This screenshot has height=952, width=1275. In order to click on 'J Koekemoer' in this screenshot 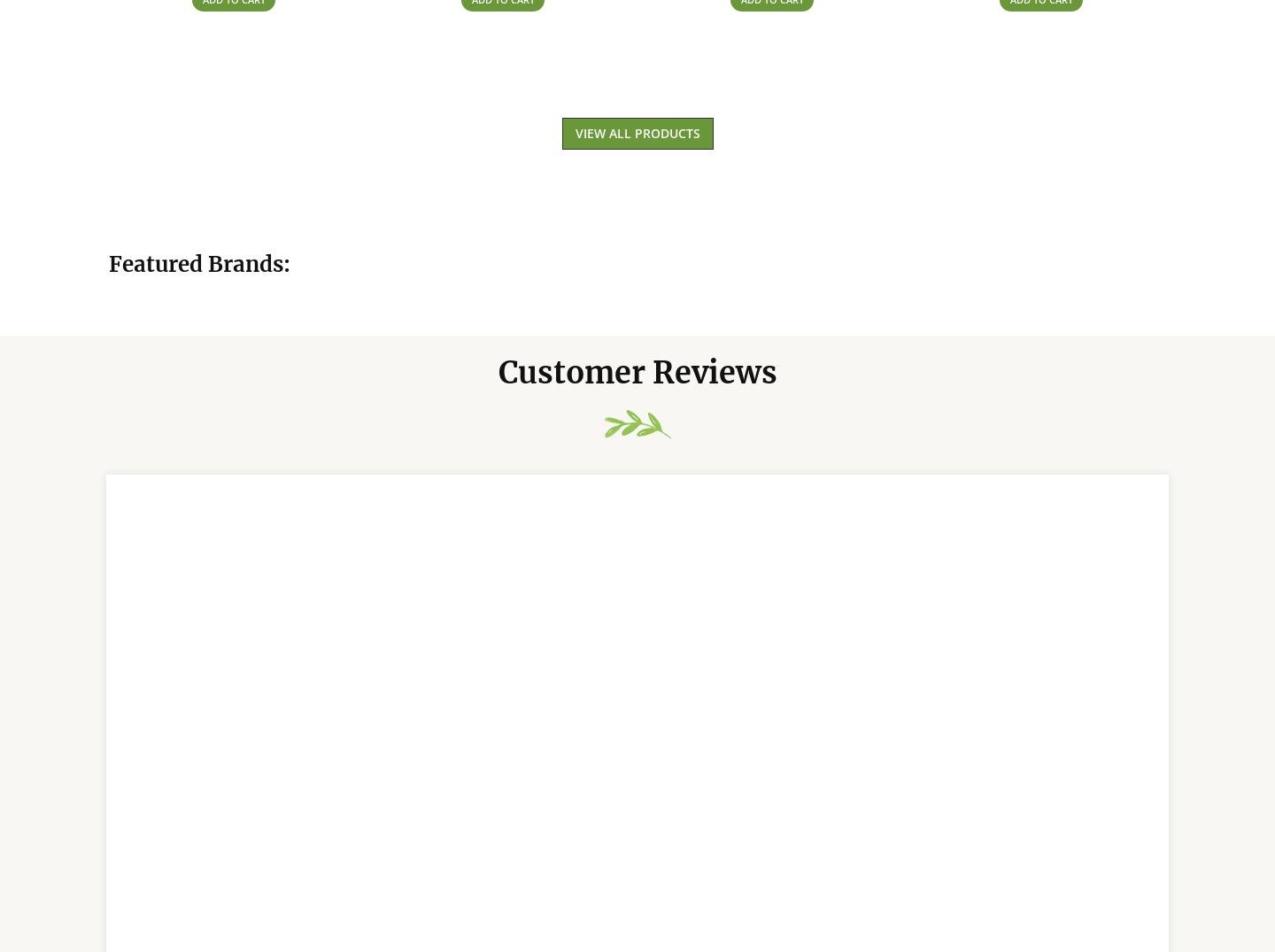, I will do `click(219, 778)`.